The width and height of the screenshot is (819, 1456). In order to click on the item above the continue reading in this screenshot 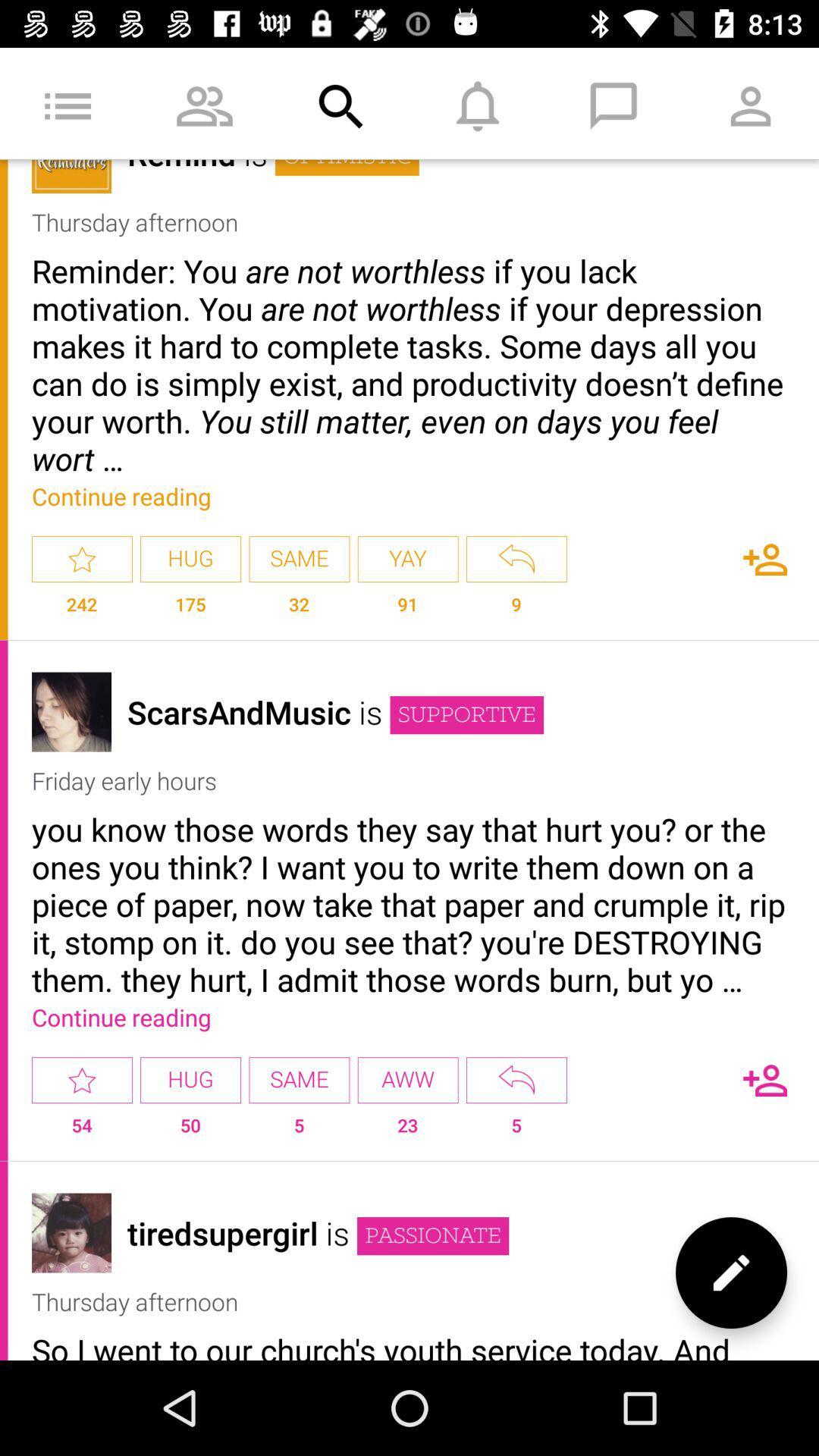, I will do `click(409, 904)`.